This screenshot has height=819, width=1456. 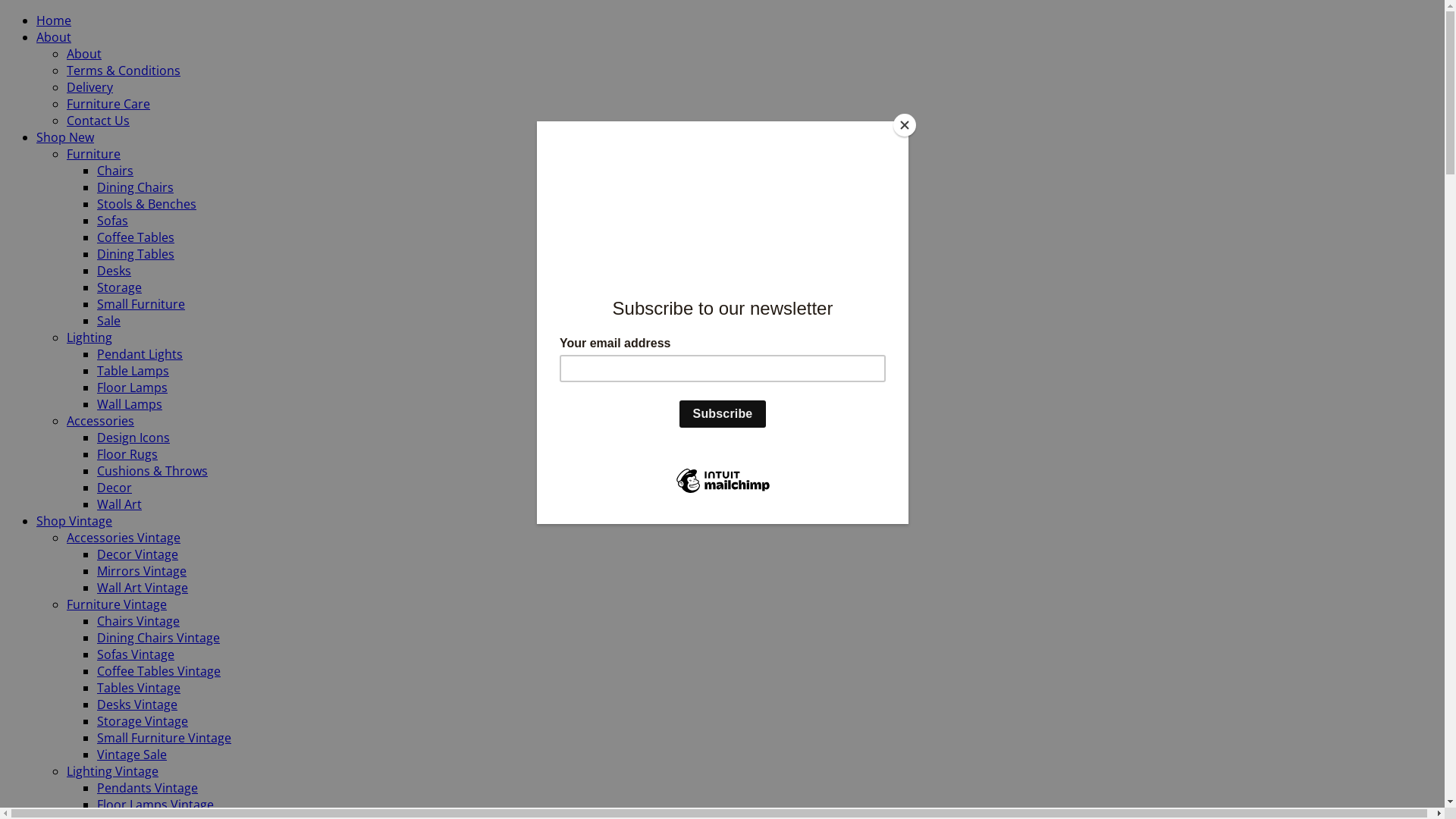 I want to click on 'Terms & Conditions', so click(x=124, y=70).